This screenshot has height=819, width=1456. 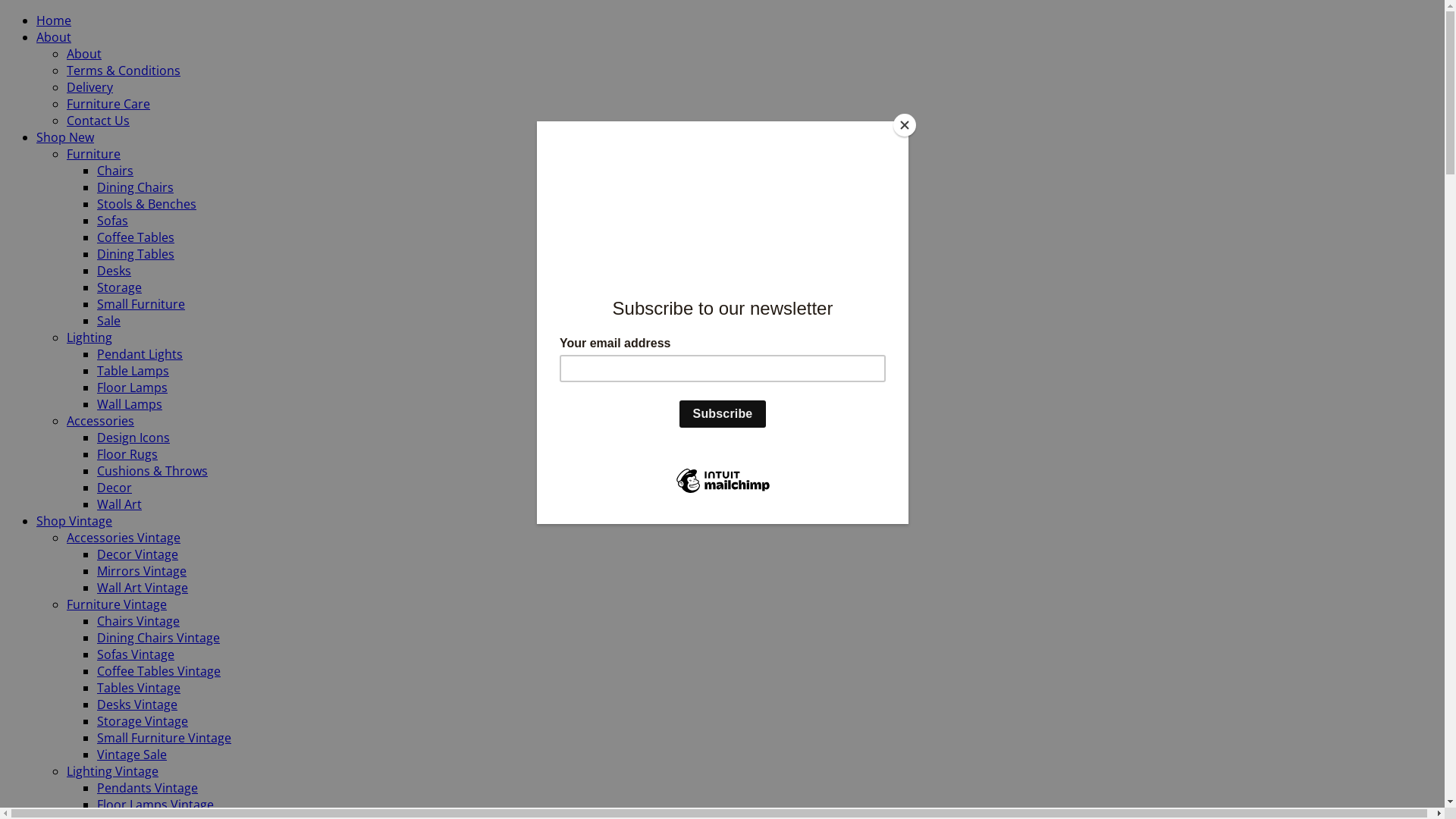 I want to click on 'Terms & Conditions', so click(x=124, y=70).